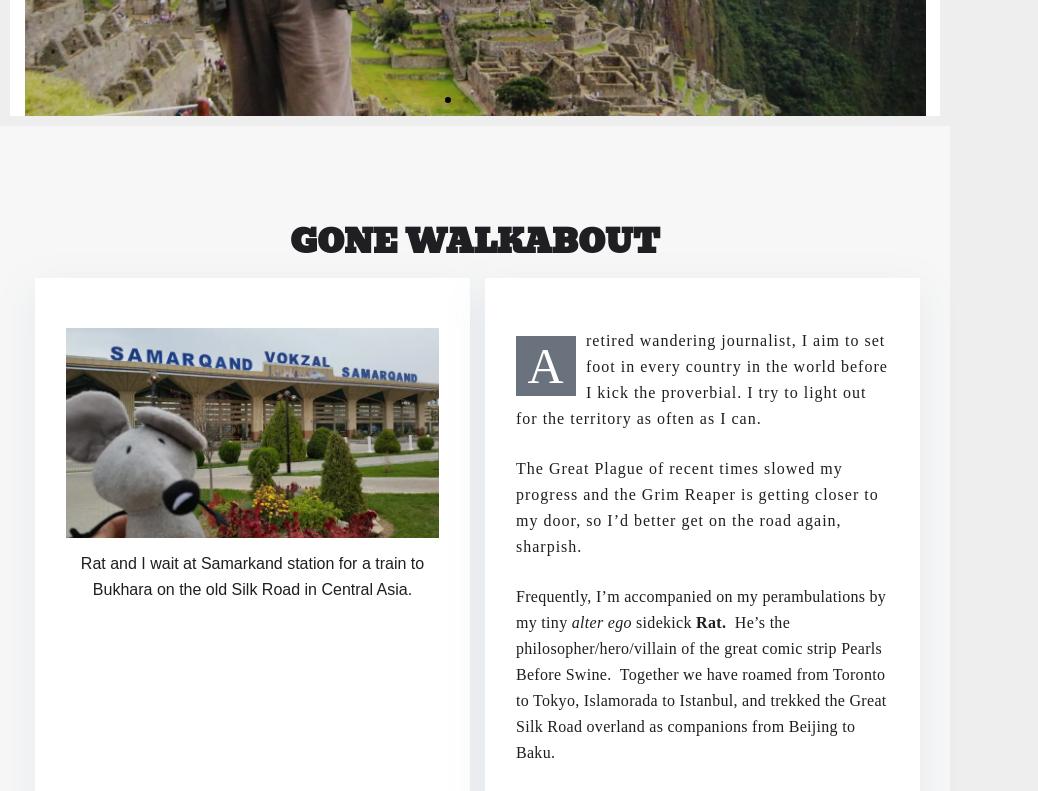  Describe the element at coordinates (699, 607) in the screenshot. I see `'Frequently, I’m accompanied on my perambulations by my tiny'` at that location.